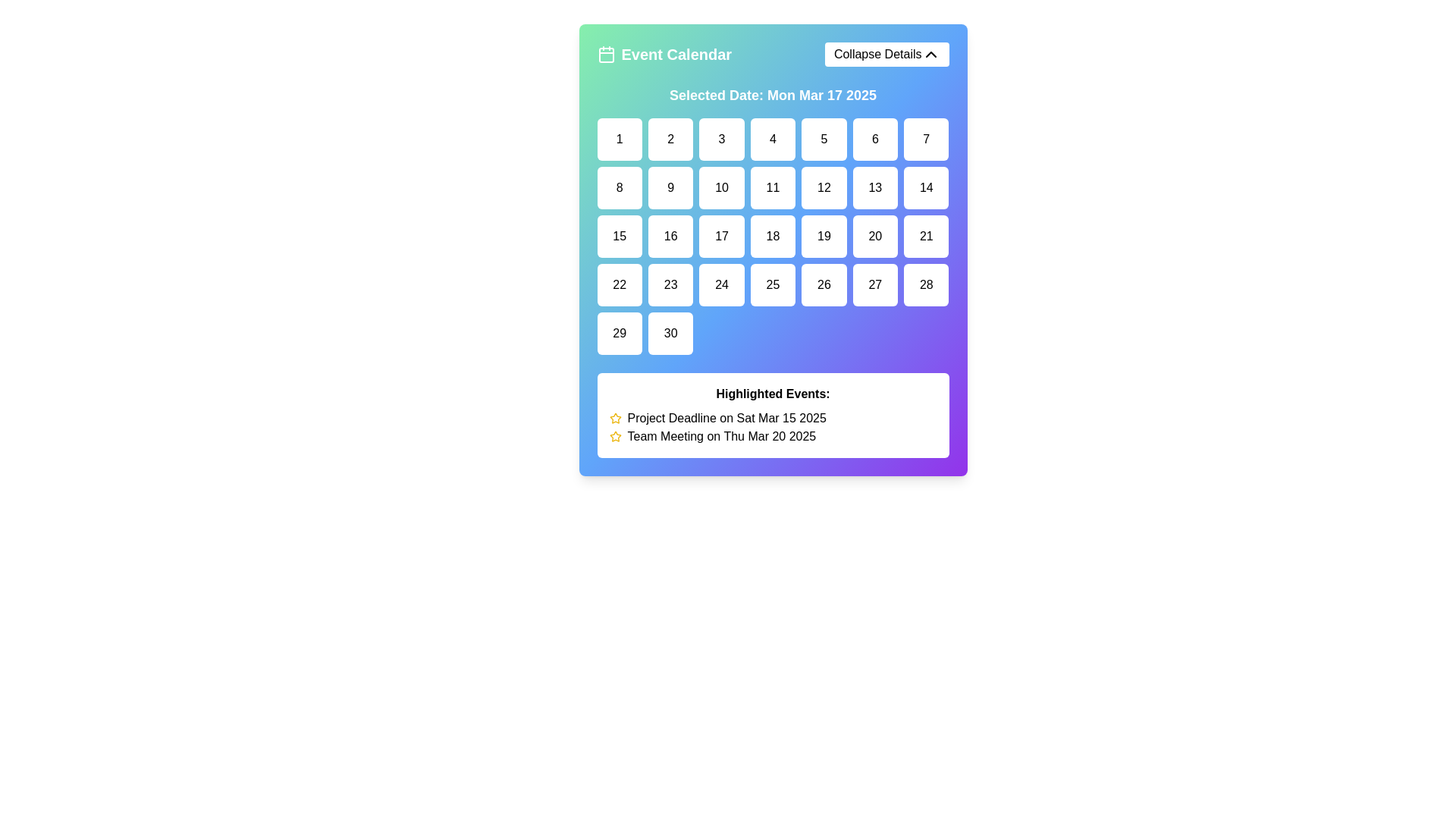 The image size is (1456, 819). Describe the element at coordinates (670, 284) in the screenshot. I see `the white rectangular button labeled '23' in the middle cell of the fourth row of a 7-column grid` at that location.